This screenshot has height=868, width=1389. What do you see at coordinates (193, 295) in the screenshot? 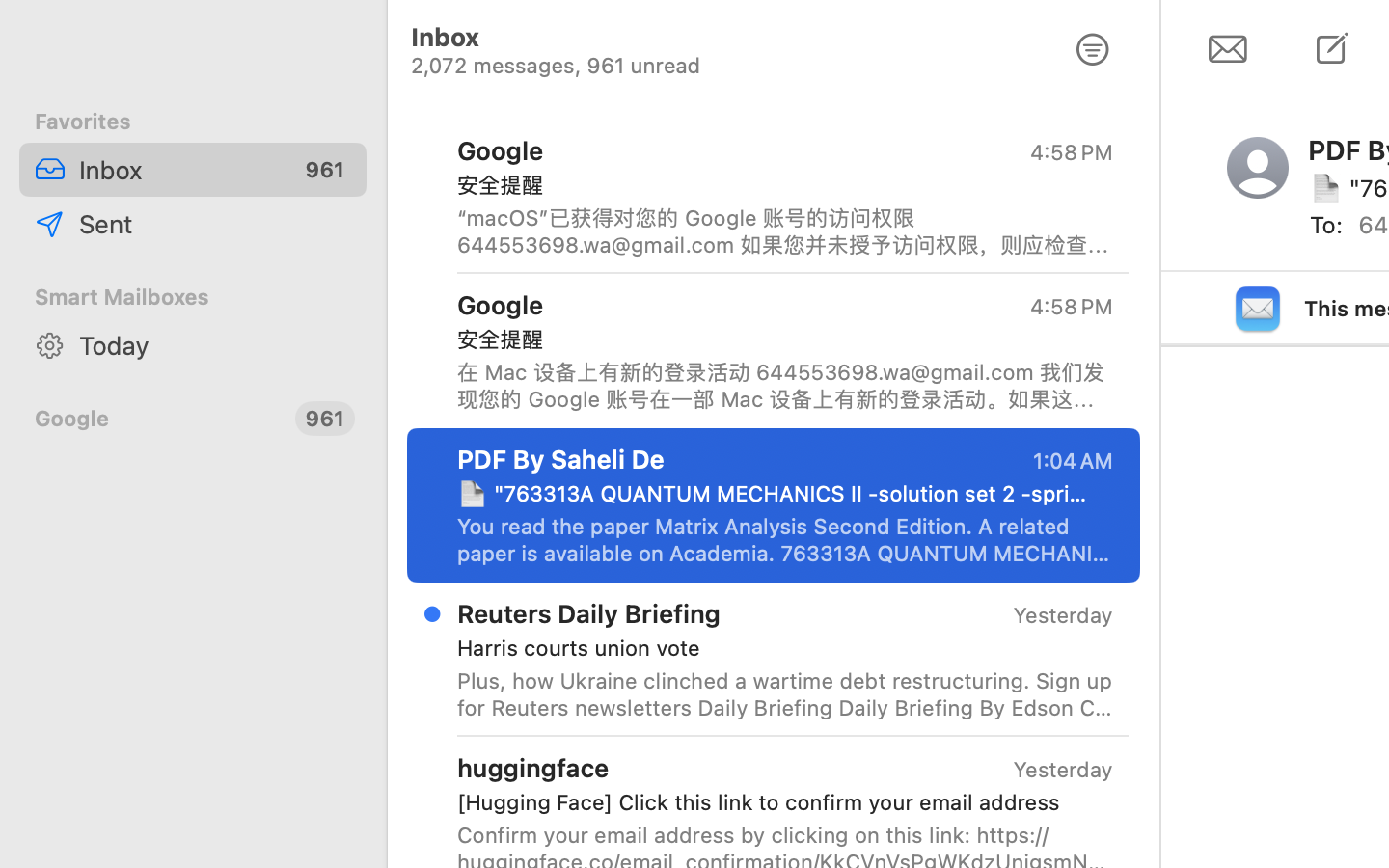
I see `'Smart Mailboxes'` at bounding box center [193, 295].